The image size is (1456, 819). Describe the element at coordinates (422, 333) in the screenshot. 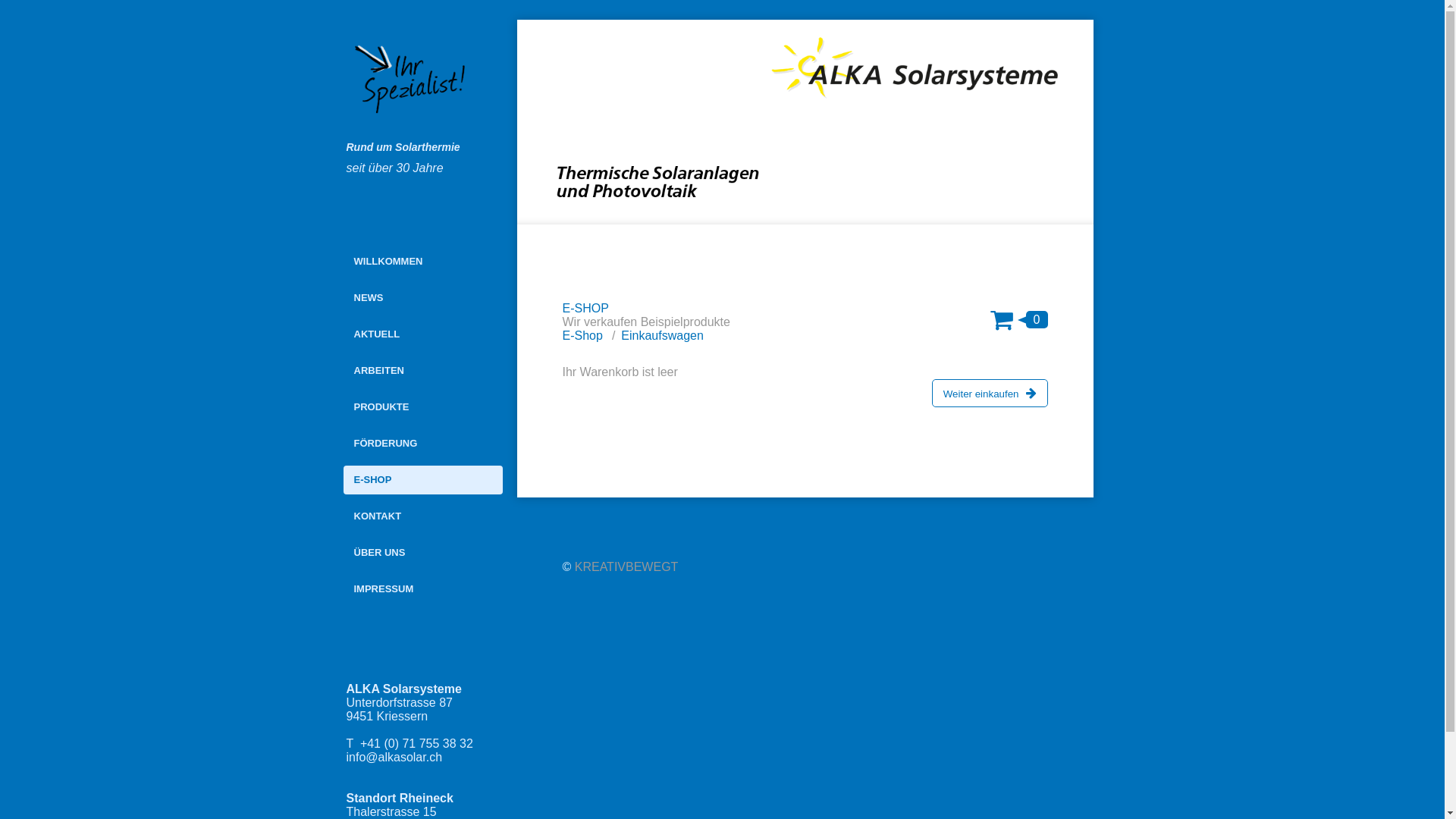

I see `'AKTUELL'` at that location.